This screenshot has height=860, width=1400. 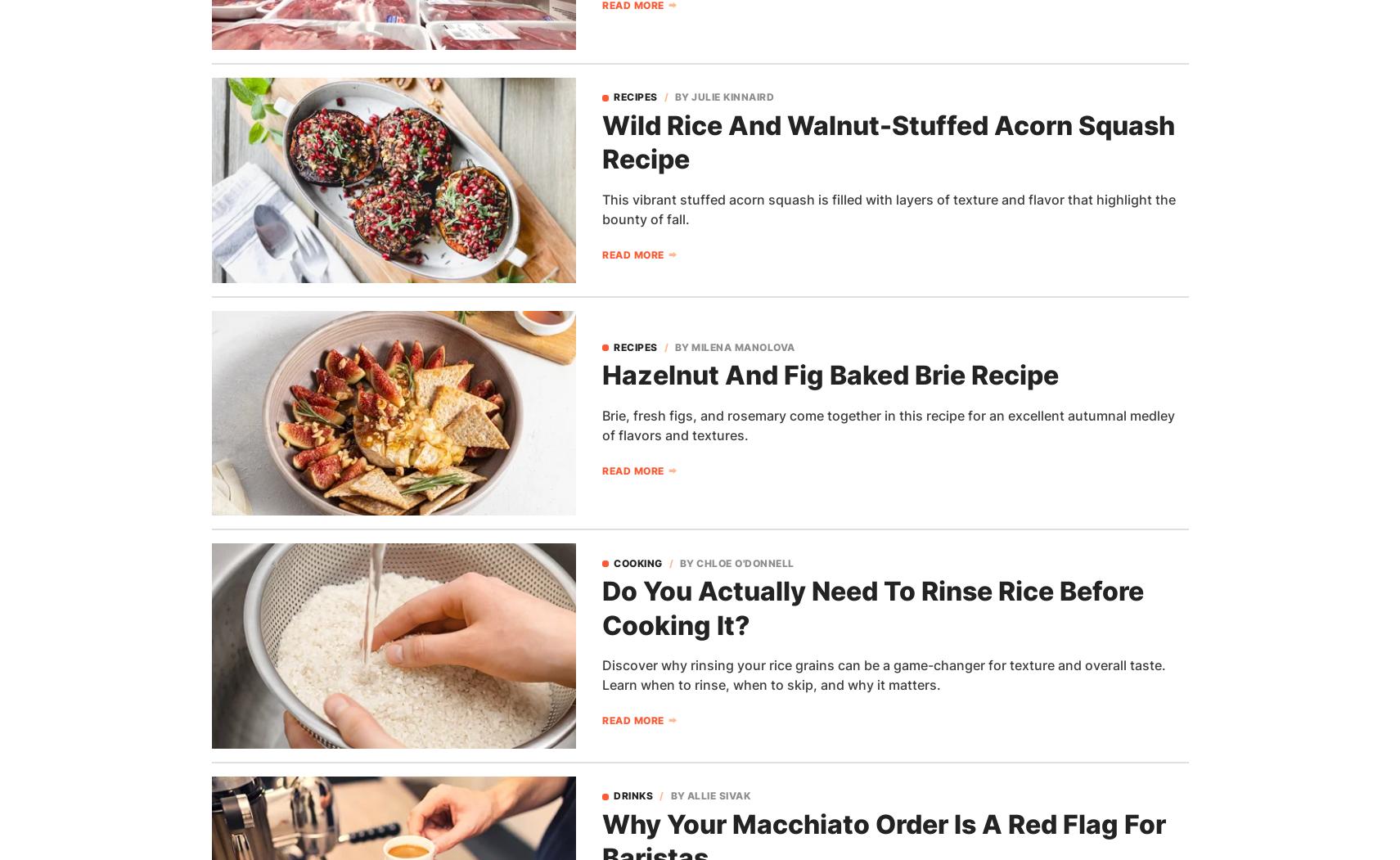 What do you see at coordinates (830, 374) in the screenshot?
I see `'Hazelnut And Fig Baked Brie Recipe'` at bounding box center [830, 374].